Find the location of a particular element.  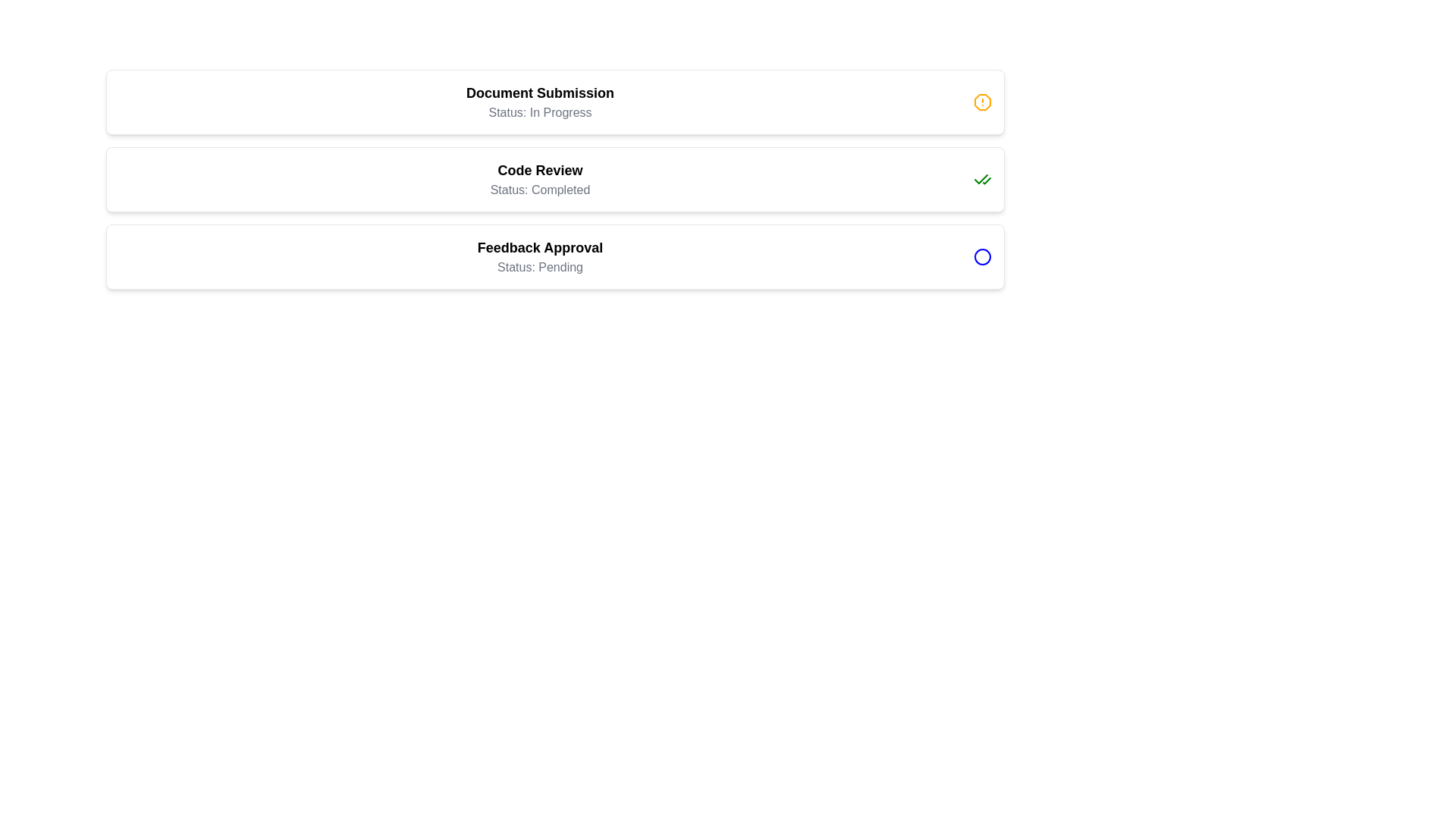

the SVG circle graphic with a medium blue stroke located at the right end of the 'Feedback Approval' status row, aligned with the text 'Status: Pending' is located at coordinates (983, 256).